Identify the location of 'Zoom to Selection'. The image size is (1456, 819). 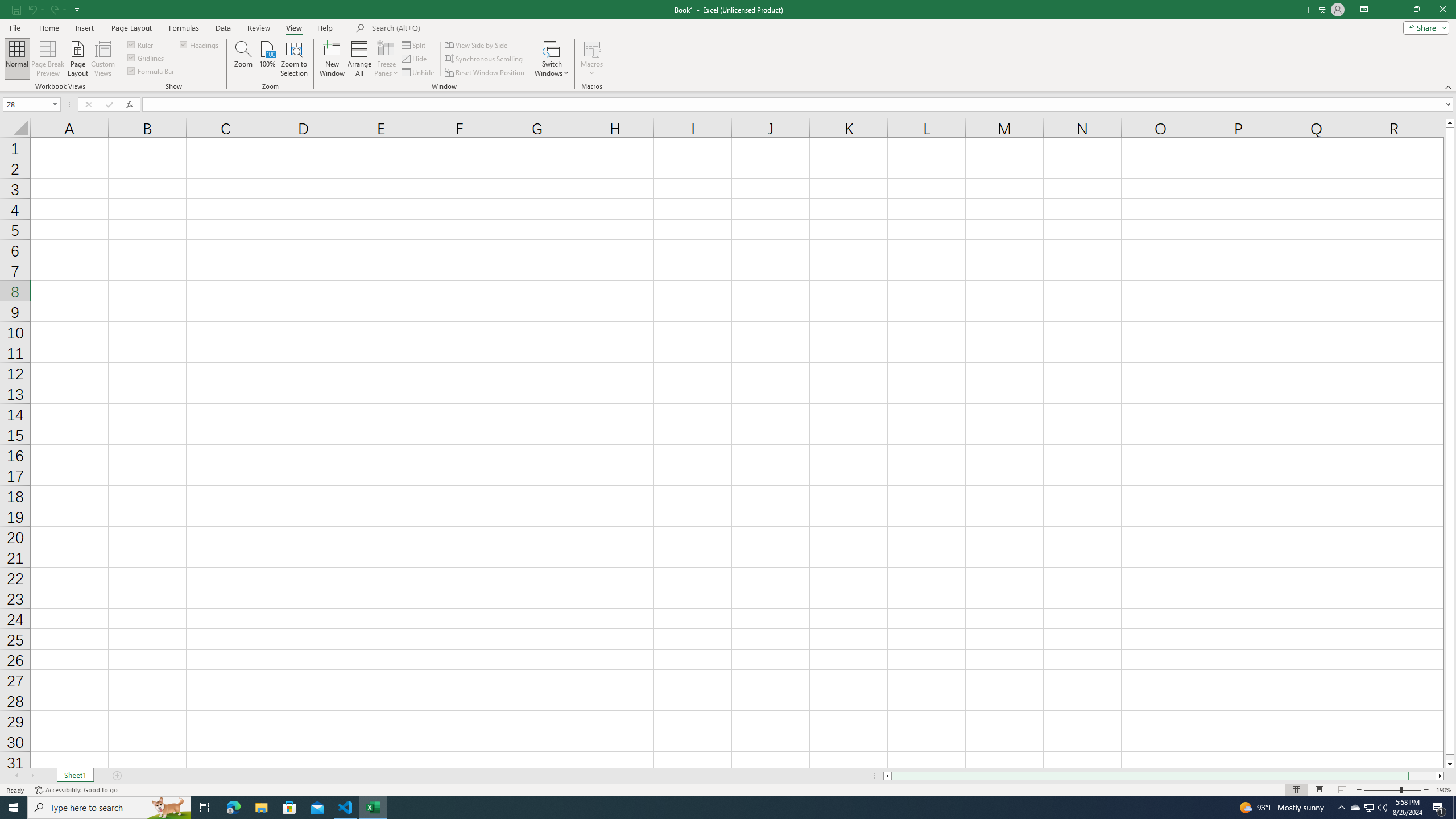
(294, 59).